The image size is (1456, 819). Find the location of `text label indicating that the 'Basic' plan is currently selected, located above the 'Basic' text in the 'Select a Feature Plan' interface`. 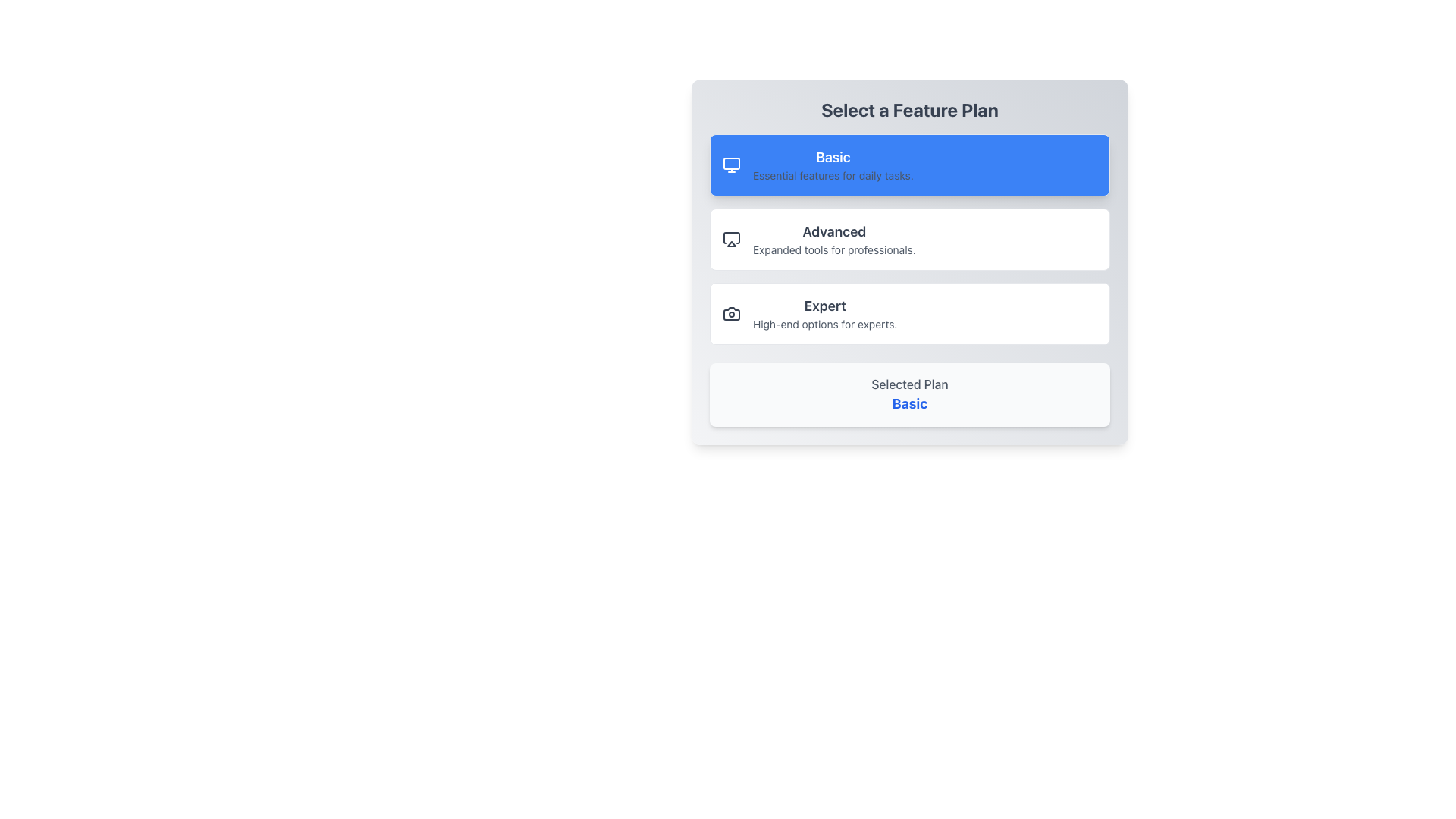

text label indicating that the 'Basic' plan is currently selected, located above the 'Basic' text in the 'Select a Feature Plan' interface is located at coordinates (910, 383).